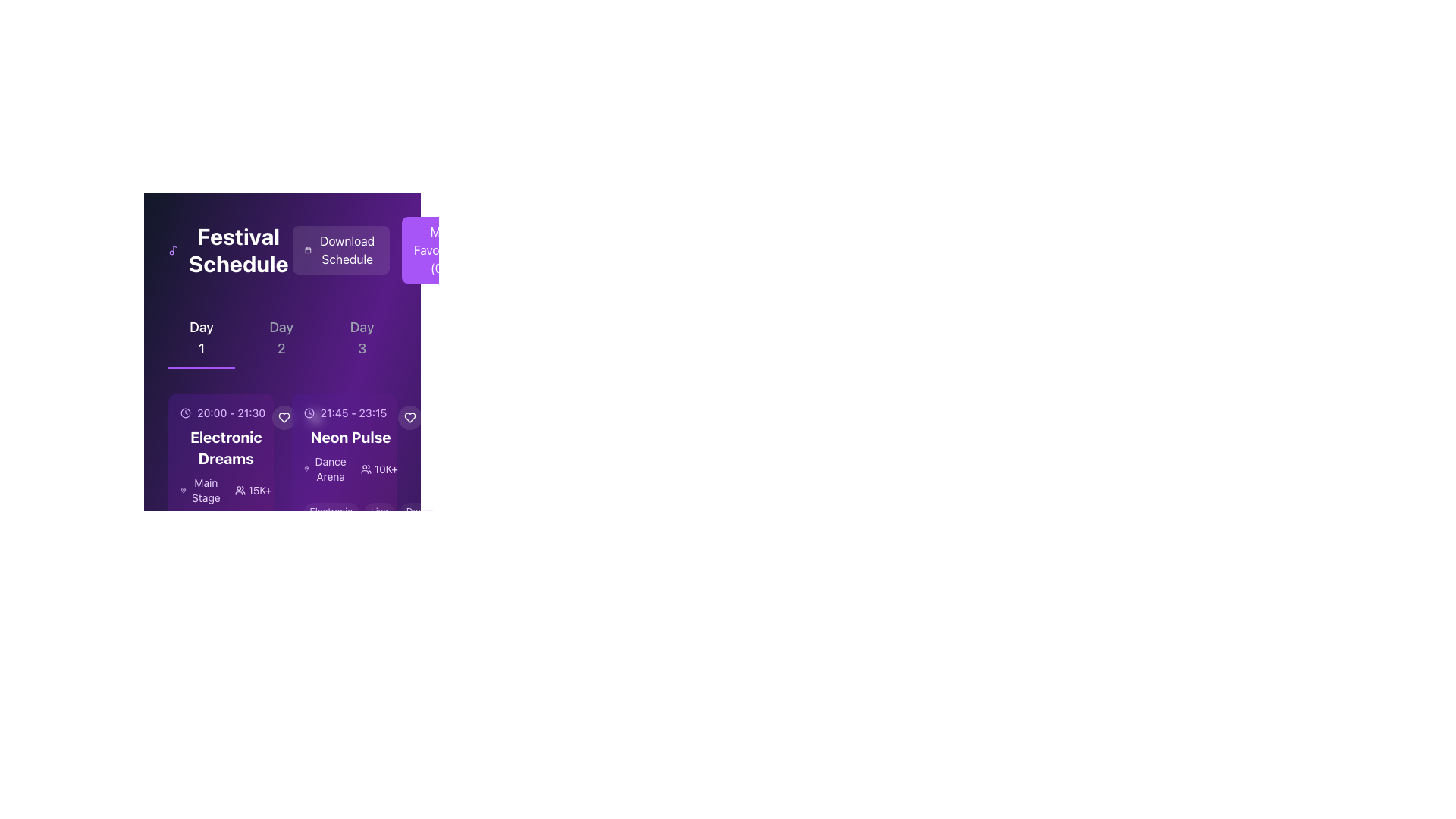 The width and height of the screenshot is (1456, 819). Describe the element at coordinates (281, 337) in the screenshot. I see `the 'Day 2' Tab button, which is the second in a series of three horizontally aligned text elements labeled 'Day 1', 'Day 2', and 'Day 3' on a purple background` at that location.